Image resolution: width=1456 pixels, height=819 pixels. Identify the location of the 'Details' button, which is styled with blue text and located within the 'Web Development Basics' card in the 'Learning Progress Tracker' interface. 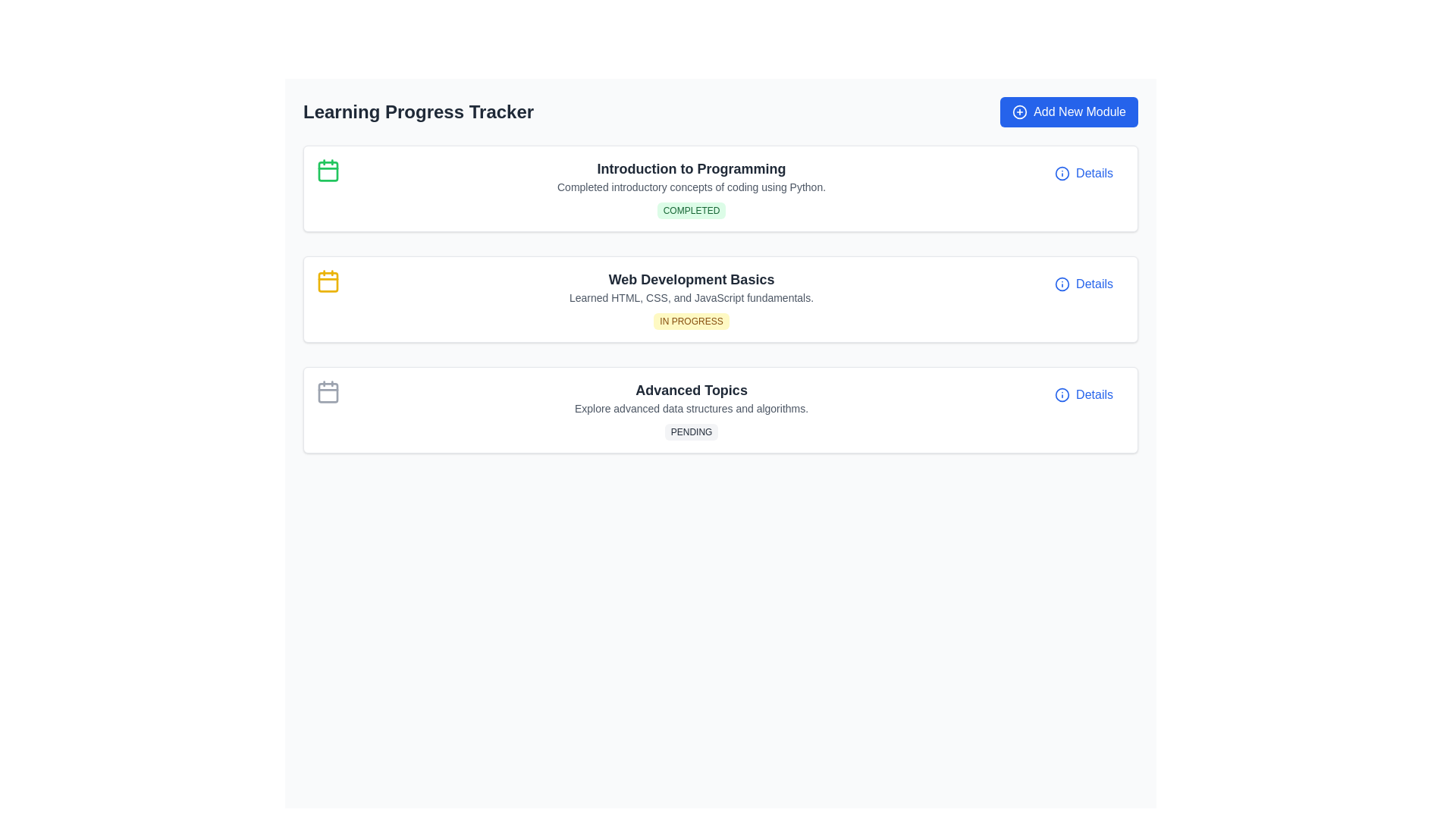
(1083, 284).